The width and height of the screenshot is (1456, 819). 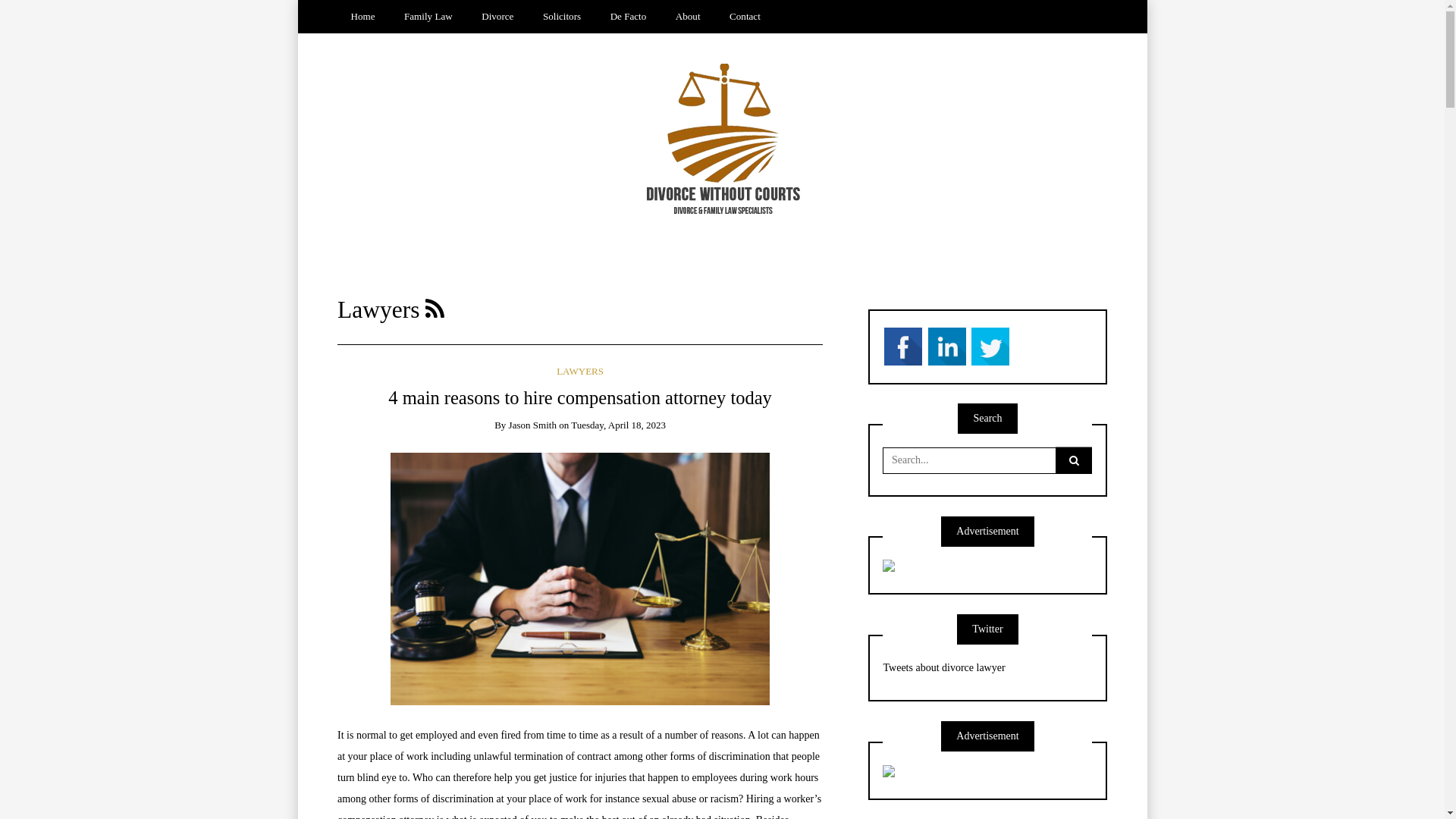 I want to click on 'Linkedin', so click(x=946, y=345).